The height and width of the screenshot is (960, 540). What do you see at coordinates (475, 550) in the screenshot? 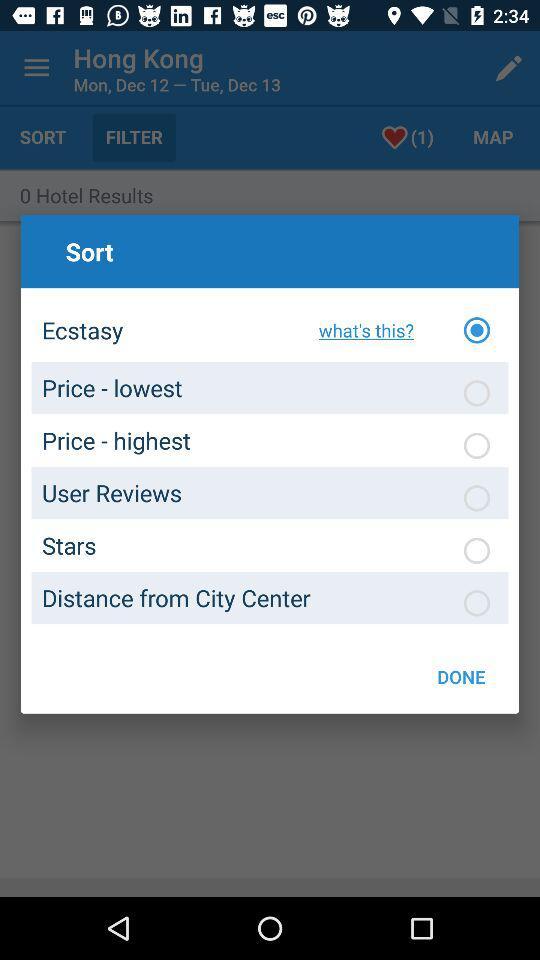
I see `selective symbol` at bounding box center [475, 550].